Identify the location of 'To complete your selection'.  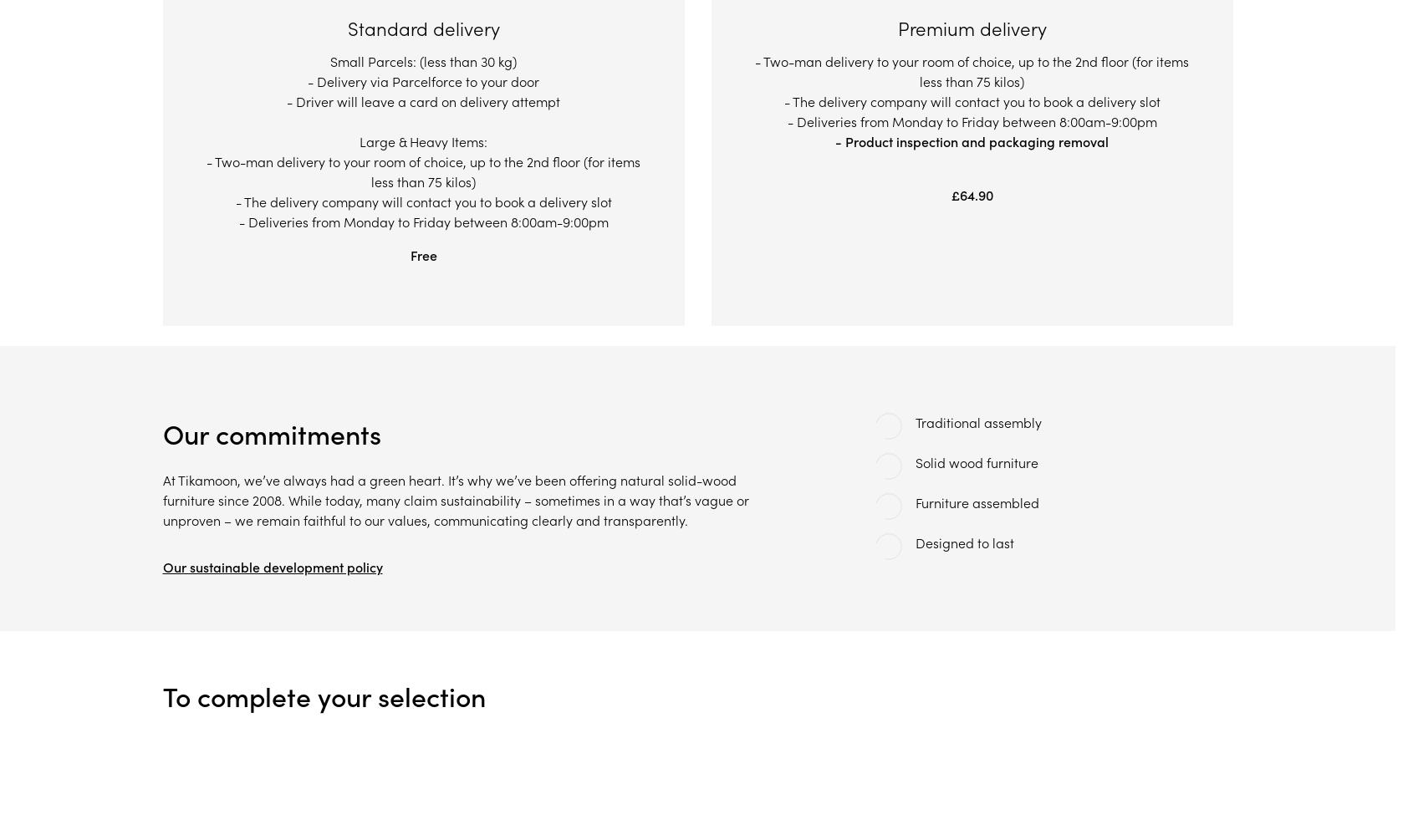
(161, 697).